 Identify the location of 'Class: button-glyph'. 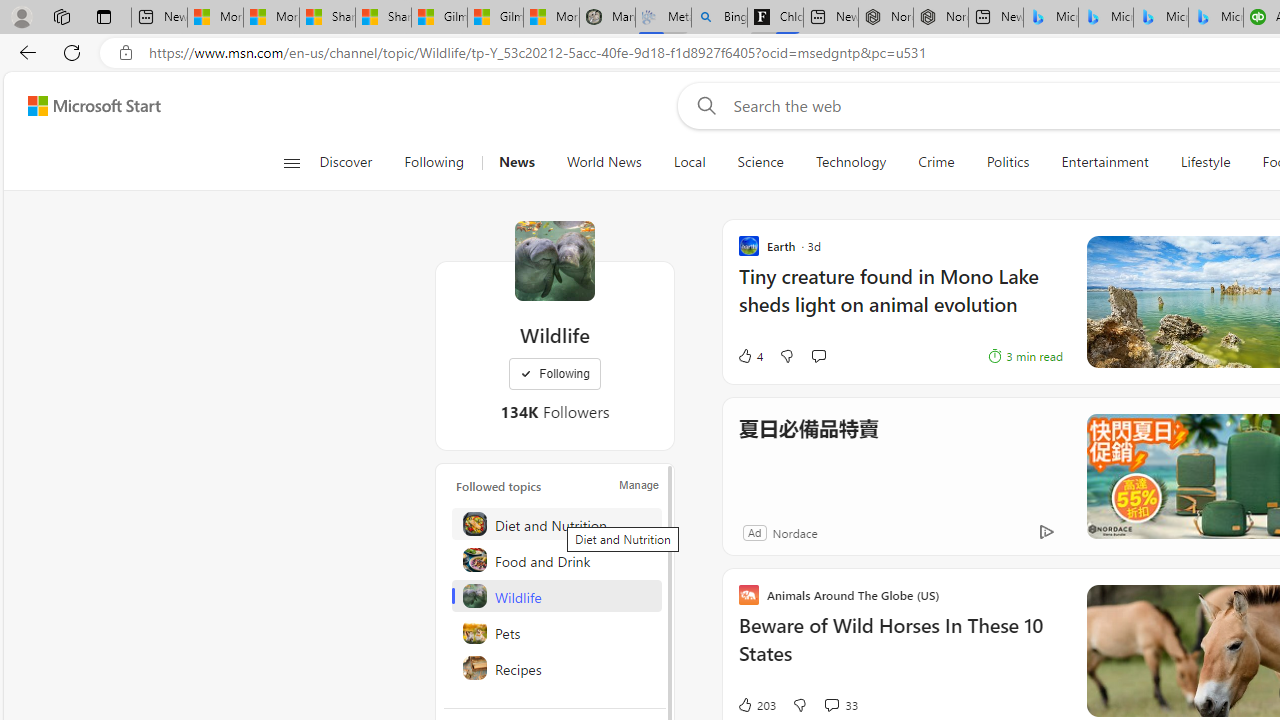
(290, 162).